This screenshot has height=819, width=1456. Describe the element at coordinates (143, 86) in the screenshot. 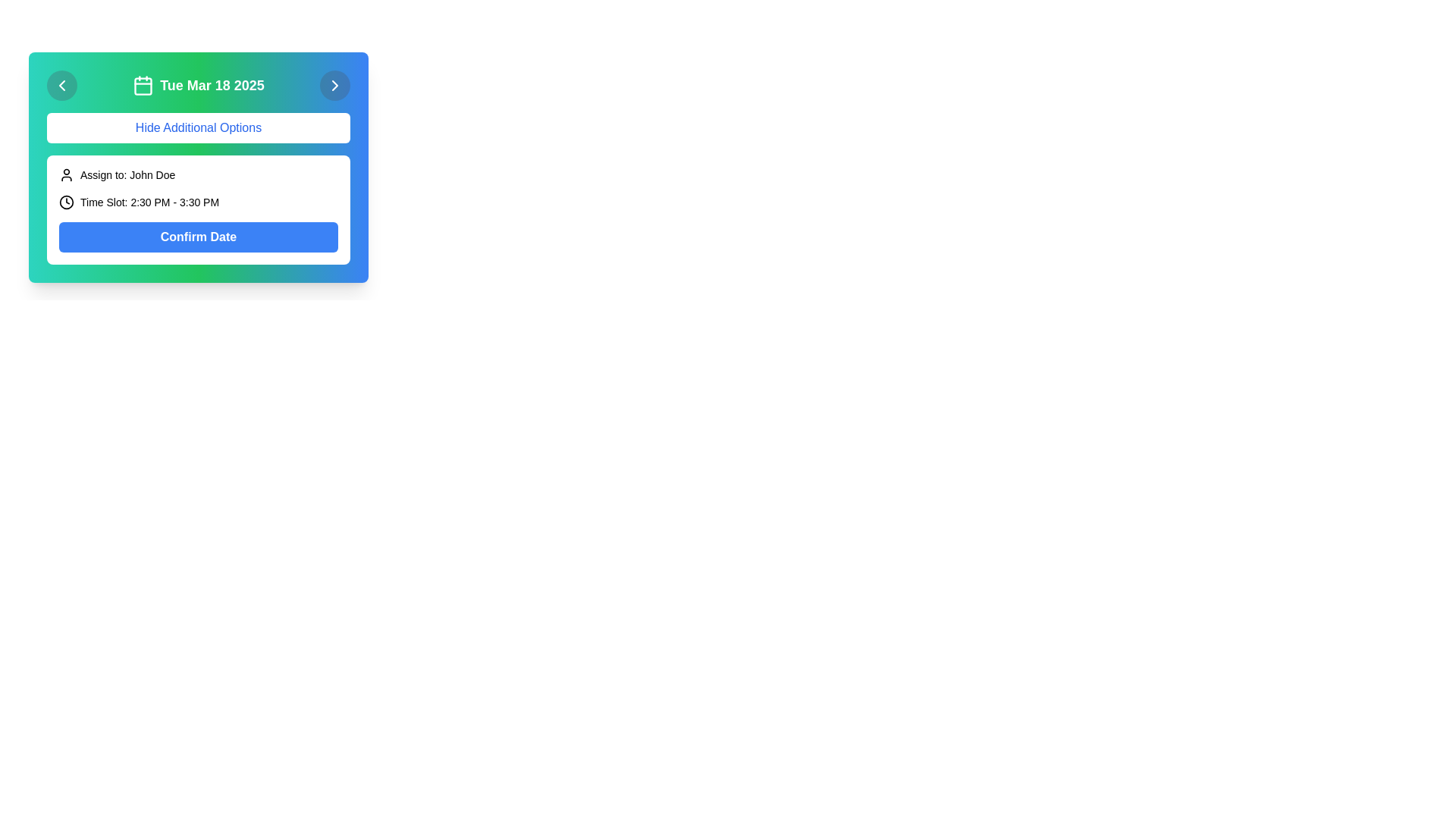

I see `the larger filled rectangle that is part of the calendar icon, located to the left of the 'Tue Mar 18 2025' text in the header section of the widget` at that location.